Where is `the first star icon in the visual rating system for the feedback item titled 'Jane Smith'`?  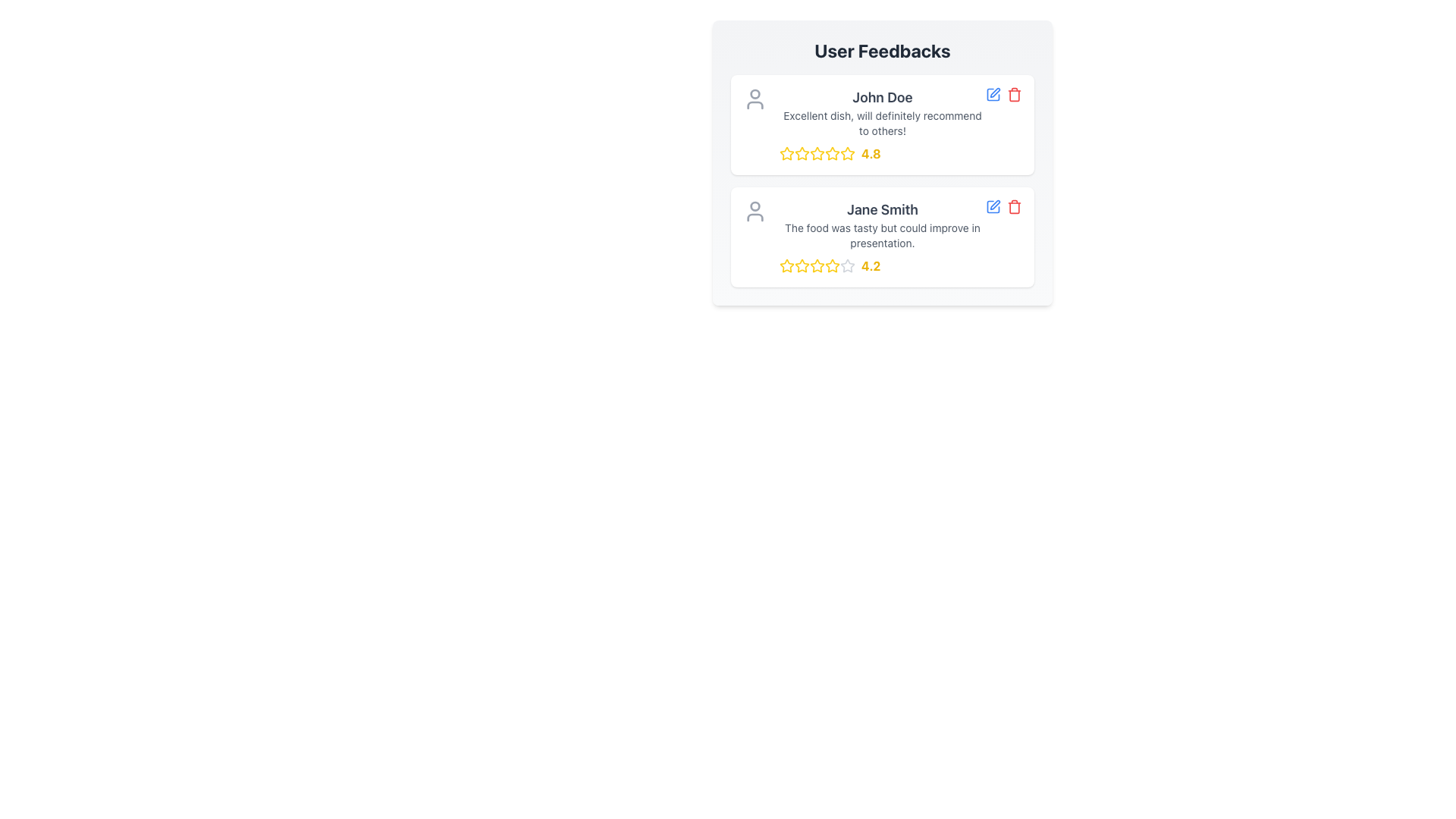 the first star icon in the visual rating system for the feedback item titled 'Jane Smith' is located at coordinates (786, 265).